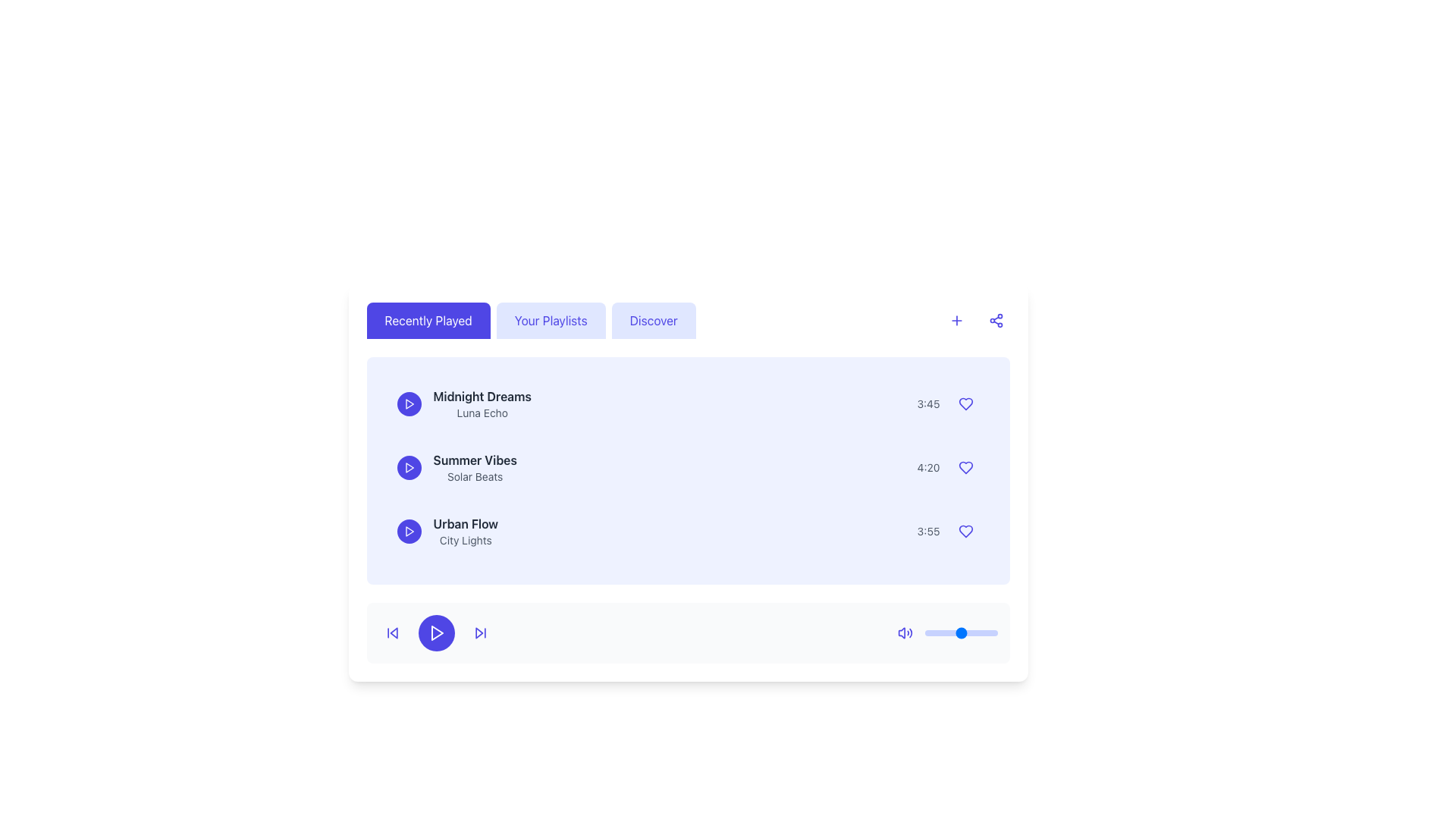  I want to click on the third List Item representing the media track 'Urban Flow', so click(687, 531).